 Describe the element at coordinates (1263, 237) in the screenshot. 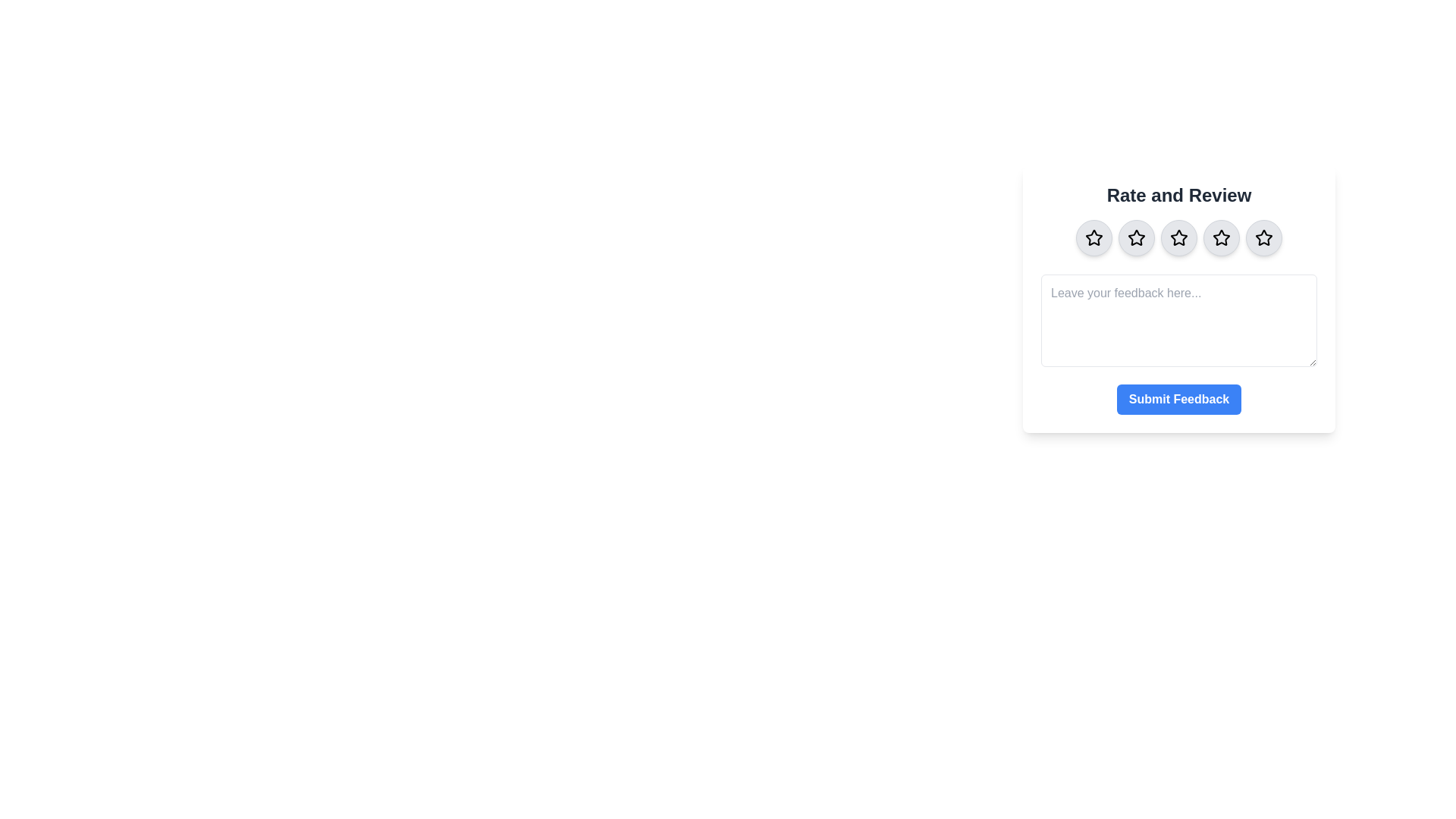

I see `the fifth star in the star rating element to provide a feedback rating` at that location.